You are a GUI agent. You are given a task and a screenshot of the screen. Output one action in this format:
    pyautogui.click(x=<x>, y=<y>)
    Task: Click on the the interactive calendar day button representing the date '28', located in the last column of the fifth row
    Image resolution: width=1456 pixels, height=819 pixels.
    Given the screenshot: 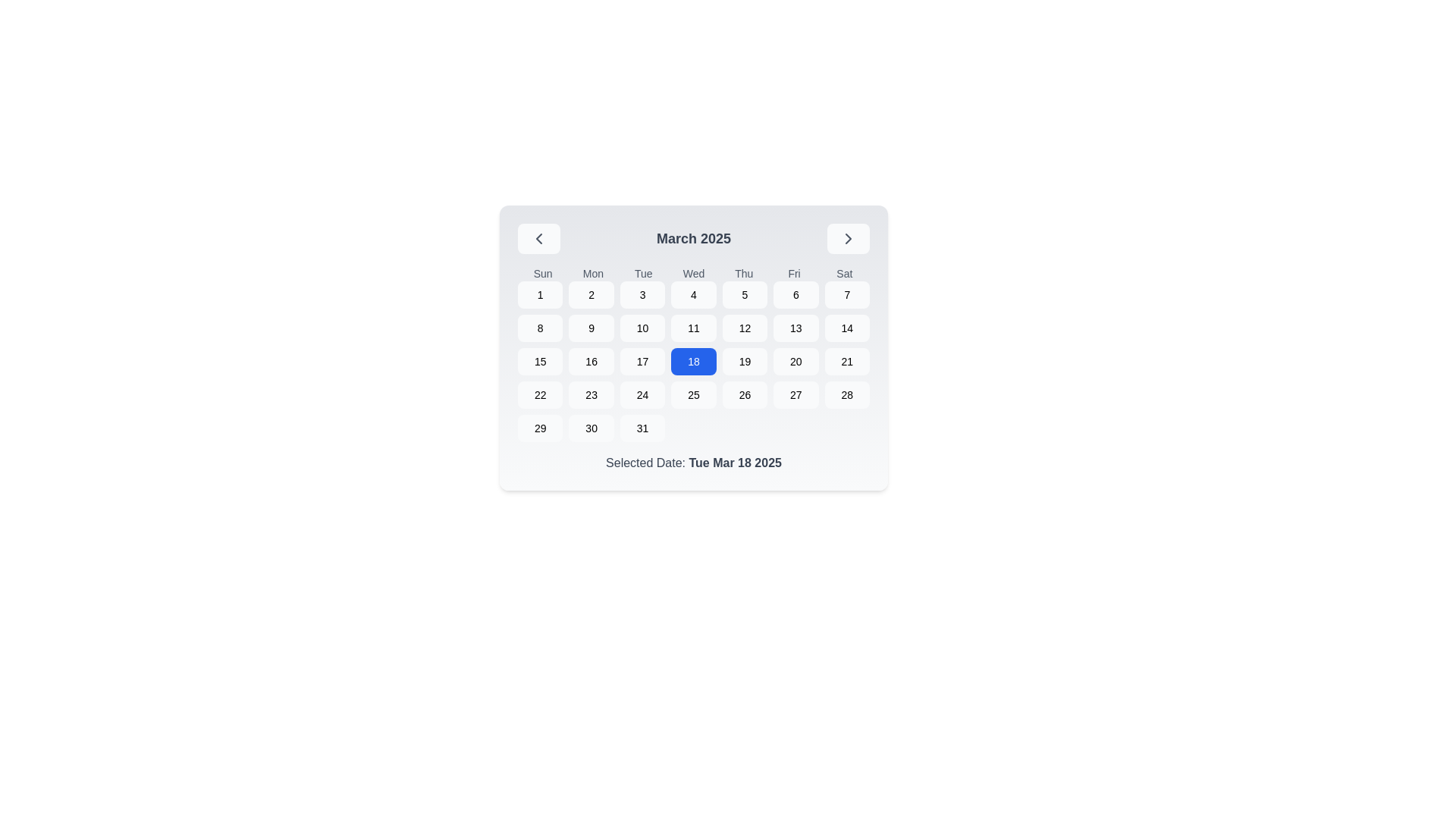 What is the action you would take?
    pyautogui.click(x=846, y=394)
    